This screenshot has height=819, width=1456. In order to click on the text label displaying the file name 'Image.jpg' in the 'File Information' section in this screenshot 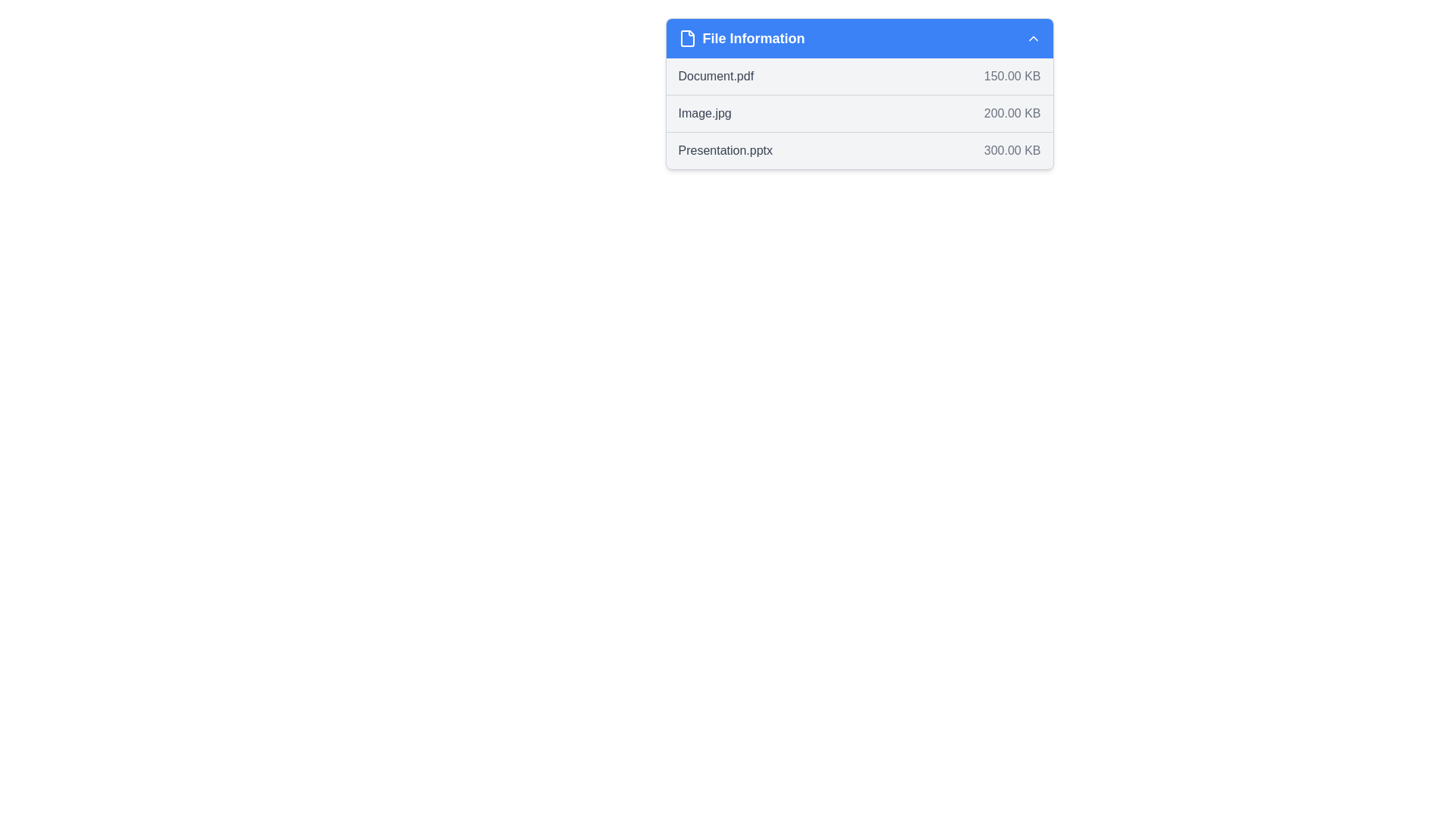, I will do `click(704, 113)`.